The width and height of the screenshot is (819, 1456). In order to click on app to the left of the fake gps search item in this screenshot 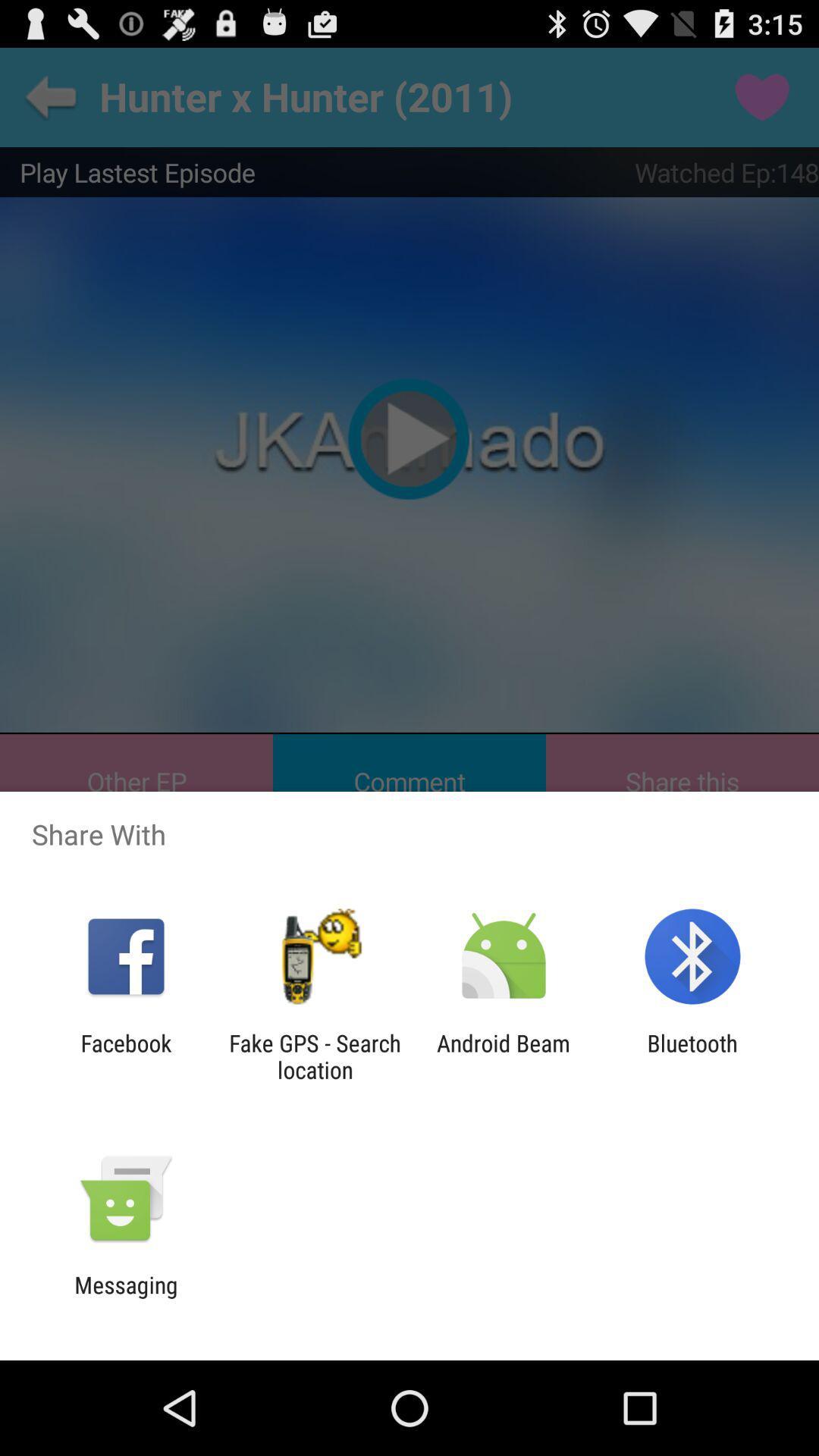, I will do `click(125, 1056)`.